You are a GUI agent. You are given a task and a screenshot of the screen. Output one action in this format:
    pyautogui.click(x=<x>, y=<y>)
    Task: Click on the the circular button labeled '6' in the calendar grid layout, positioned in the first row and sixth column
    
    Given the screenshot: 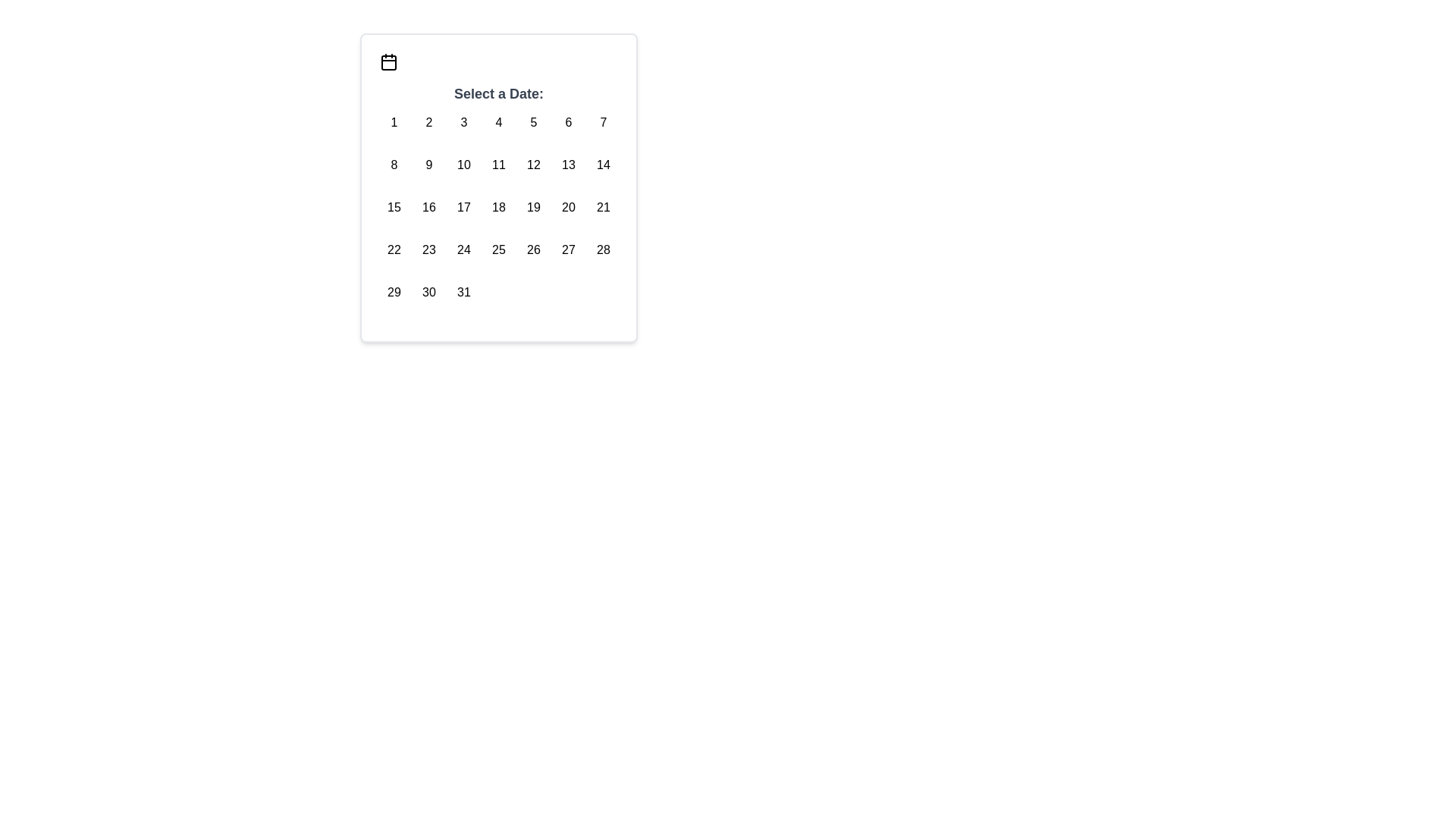 What is the action you would take?
    pyautogui.click(x=567, y=122)
    